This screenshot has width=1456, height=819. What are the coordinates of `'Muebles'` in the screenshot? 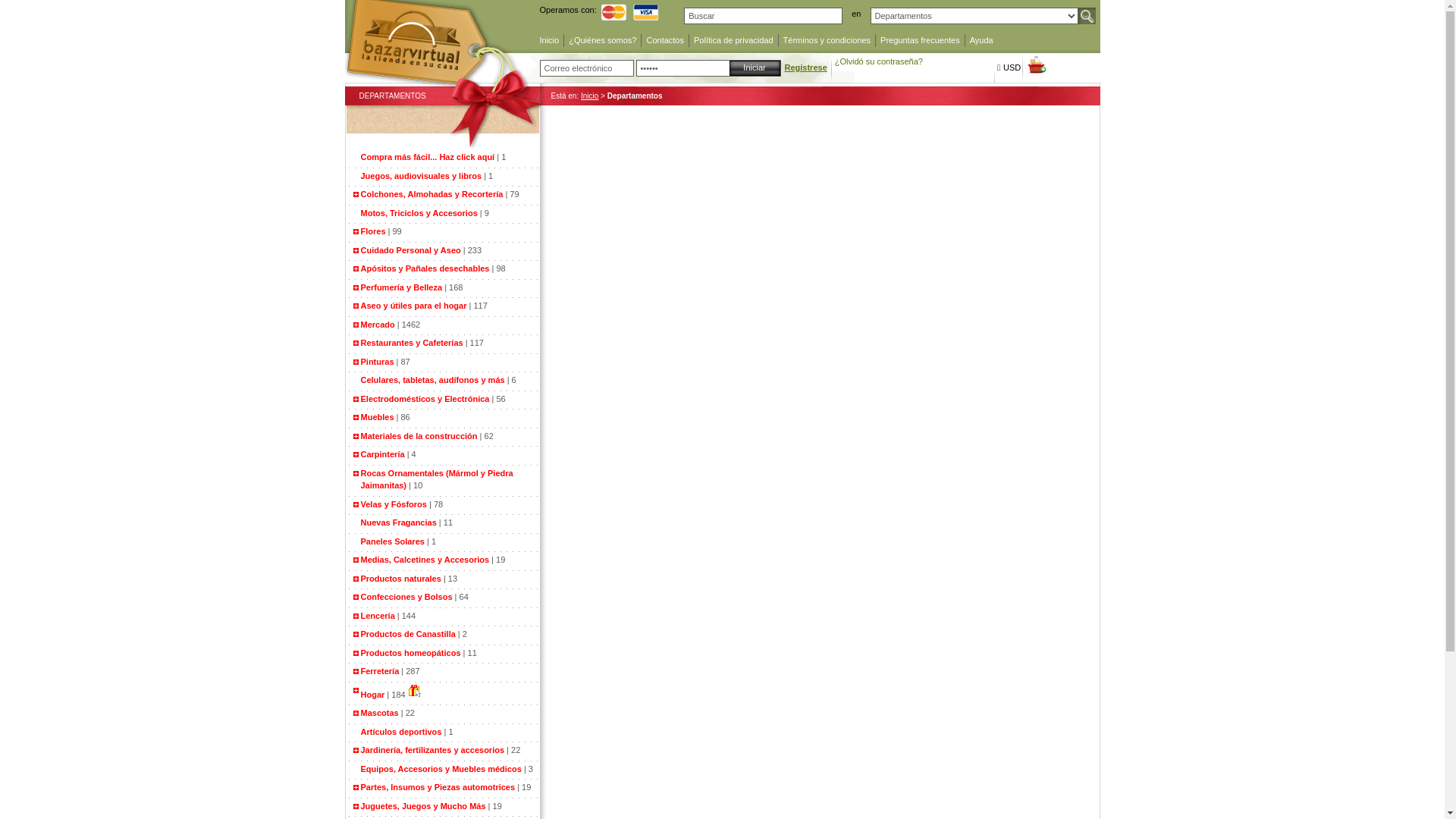 It's located at (359, 417).